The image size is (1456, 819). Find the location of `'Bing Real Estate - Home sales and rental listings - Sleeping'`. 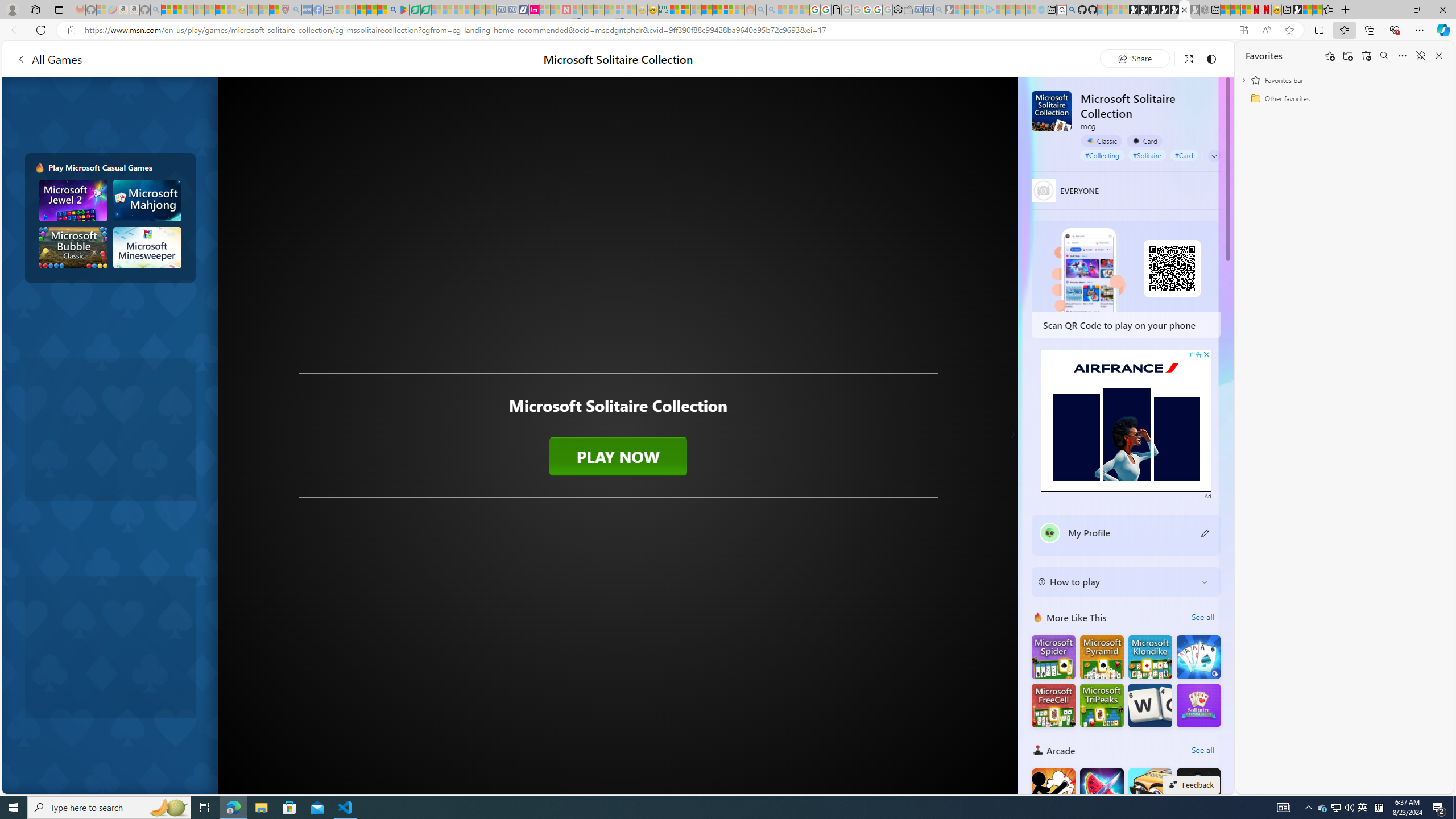

'Bing Real Estate - Home sales and rental listings - Sleeping' is located at coordinates (938, 9).